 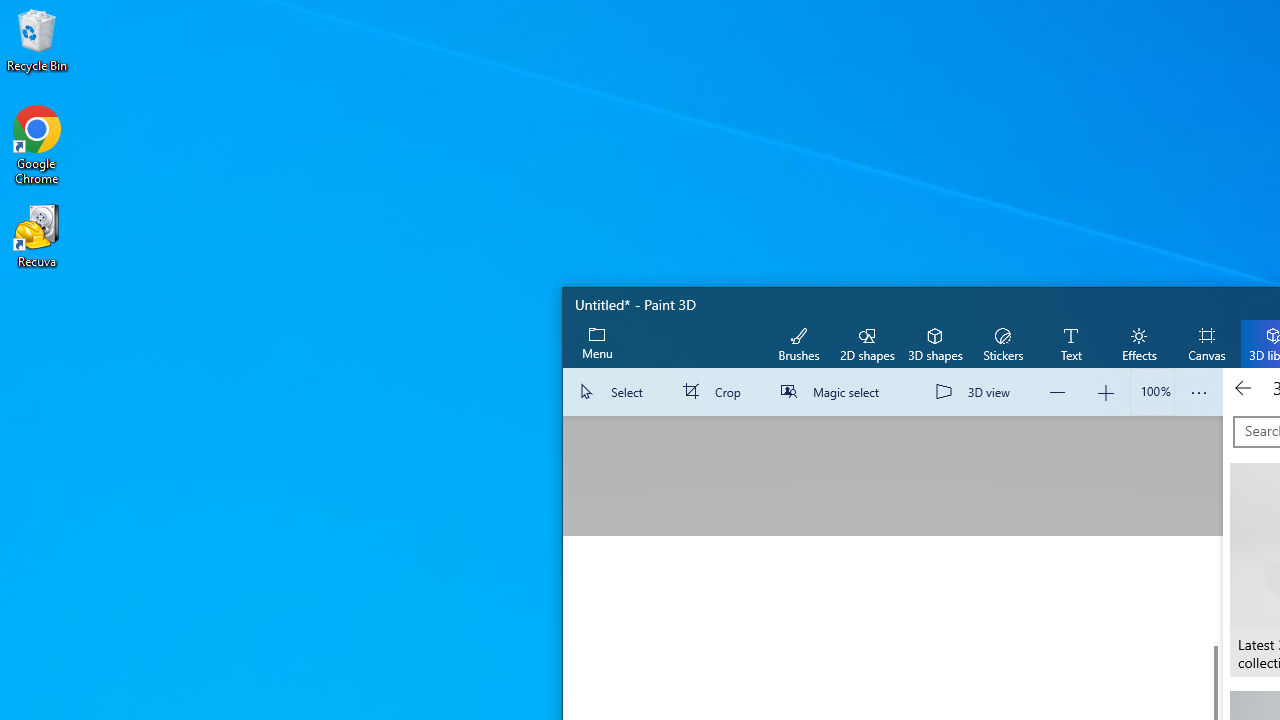 What do you see at coordinates (614, 392) in the screenshot?
I see `'Select'` at bounding box center [614, 392].